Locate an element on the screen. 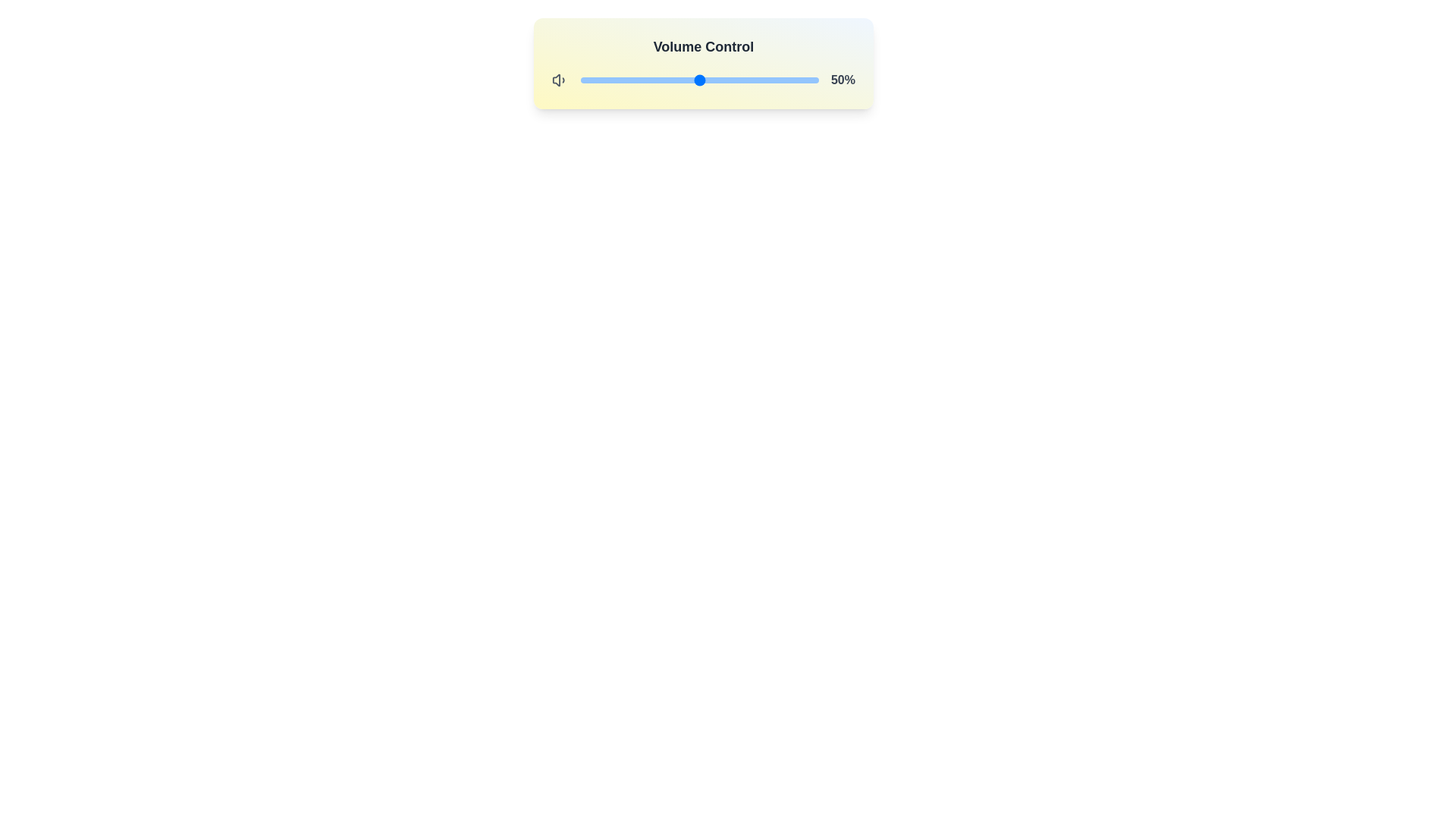 The width and height of the screenshot is (1456, 819). the volume slider to 49 percent is located at coordinates (696, 80).